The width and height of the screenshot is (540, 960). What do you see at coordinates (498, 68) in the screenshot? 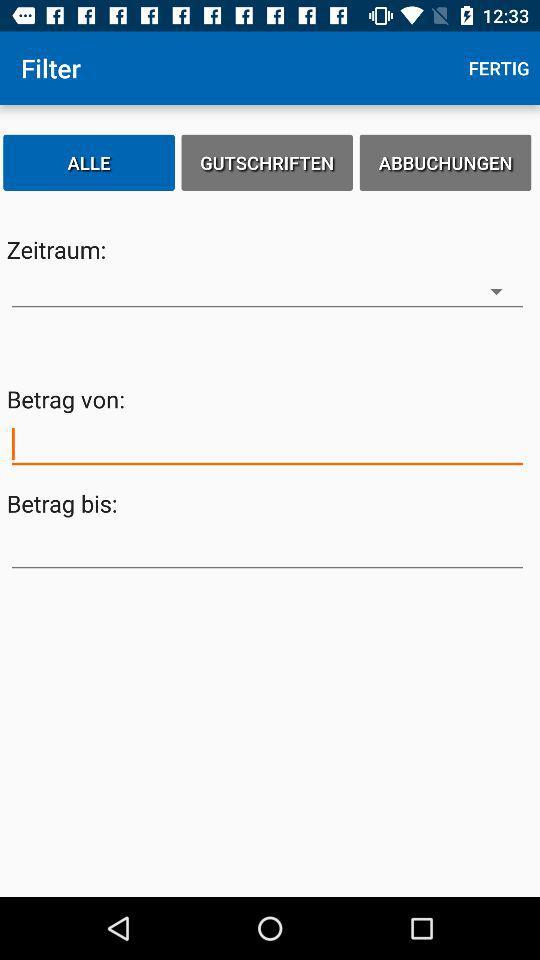
I see `icon above the abbuchungen item` at bounding box center [498, 68].